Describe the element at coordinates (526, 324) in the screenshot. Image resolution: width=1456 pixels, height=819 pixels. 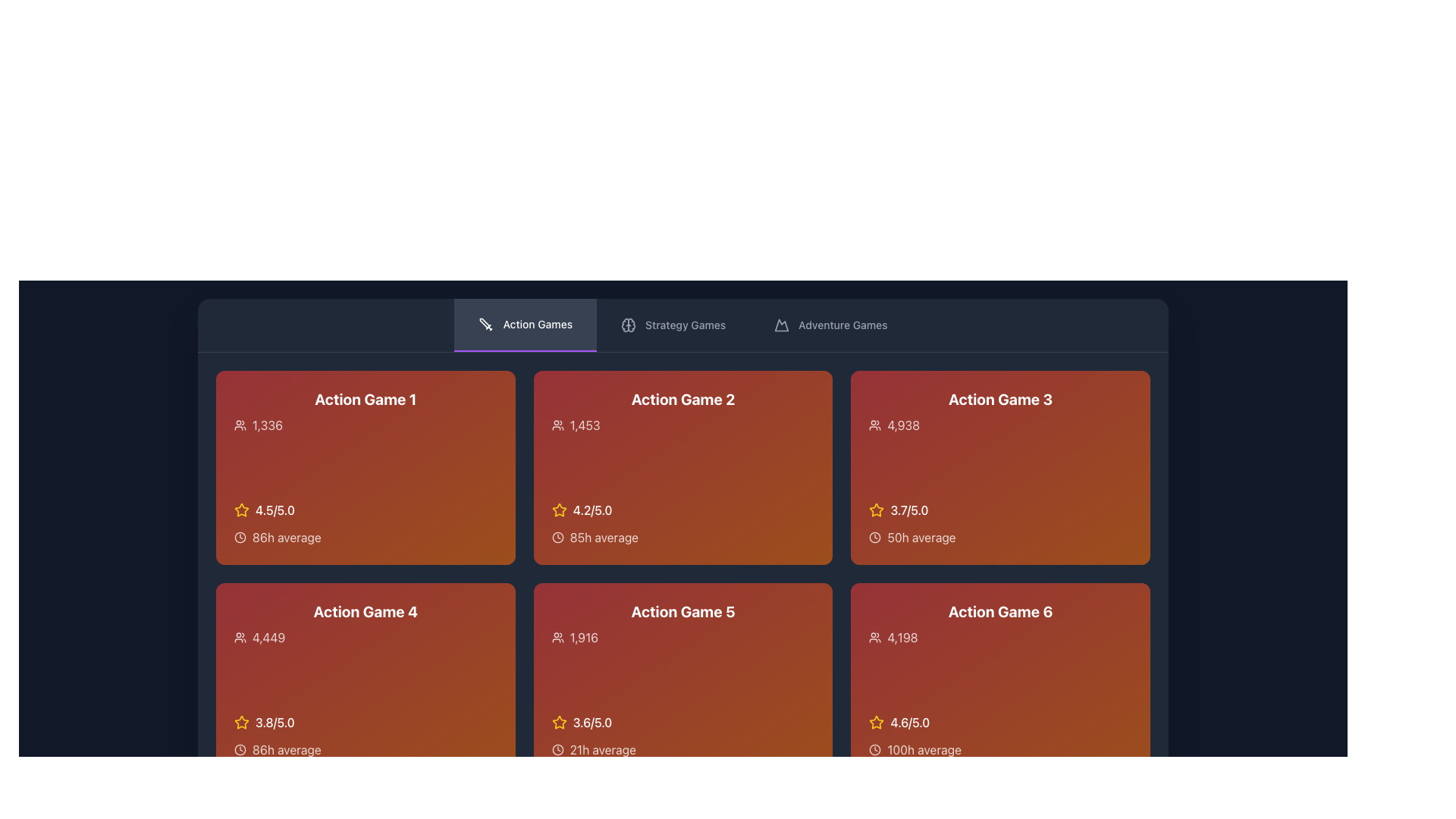
I see `the first tab option labeled 'Action Games' in the horizontal tab menu` at that location.